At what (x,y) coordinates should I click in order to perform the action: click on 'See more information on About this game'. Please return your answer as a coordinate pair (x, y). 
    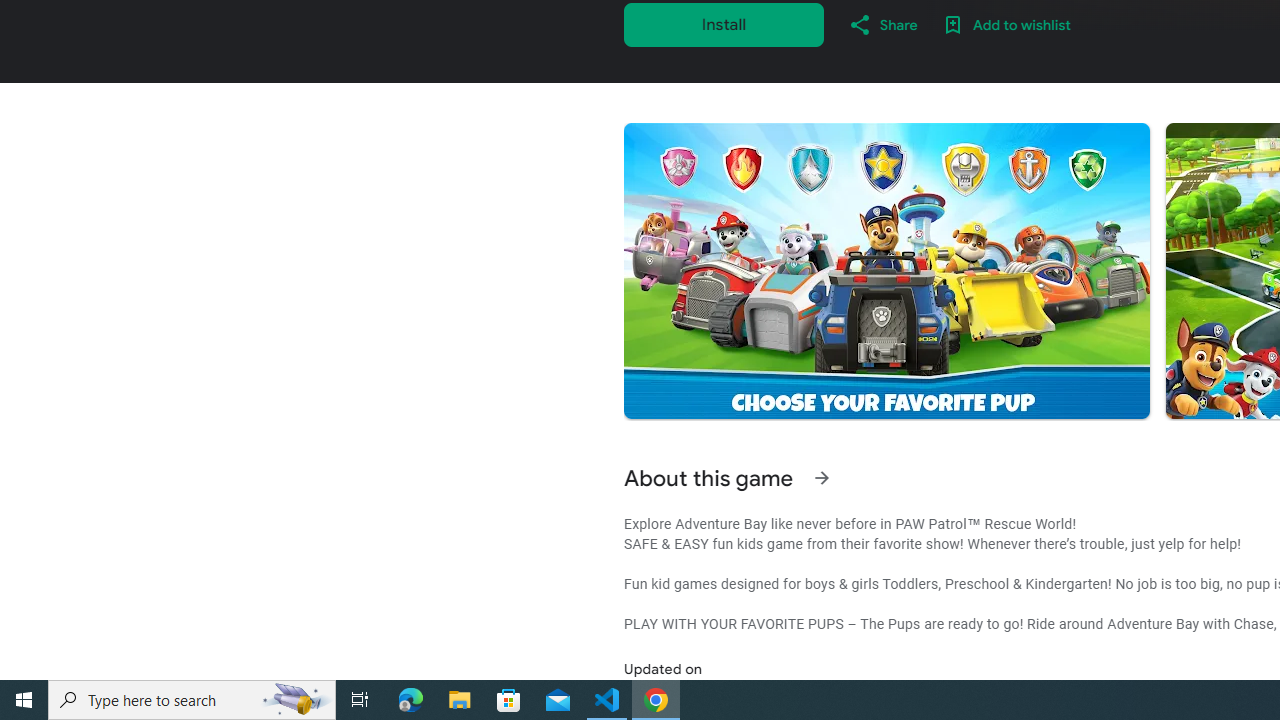
    Looking at the image, I should click on (821, 478).